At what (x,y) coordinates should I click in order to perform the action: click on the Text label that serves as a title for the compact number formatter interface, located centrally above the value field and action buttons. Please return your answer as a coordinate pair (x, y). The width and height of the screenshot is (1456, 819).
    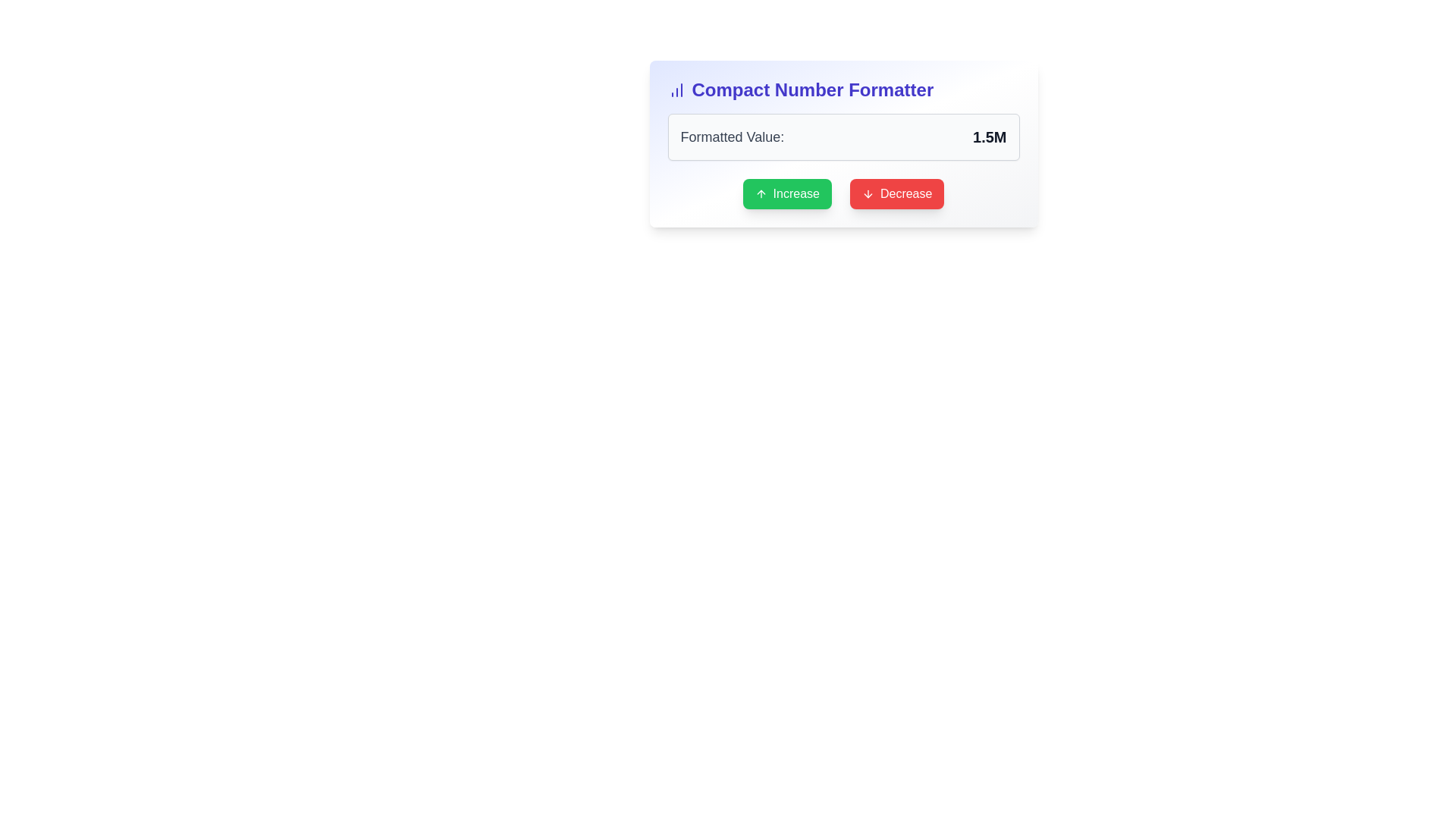
    Looking at the image, I should click on (811, 90).